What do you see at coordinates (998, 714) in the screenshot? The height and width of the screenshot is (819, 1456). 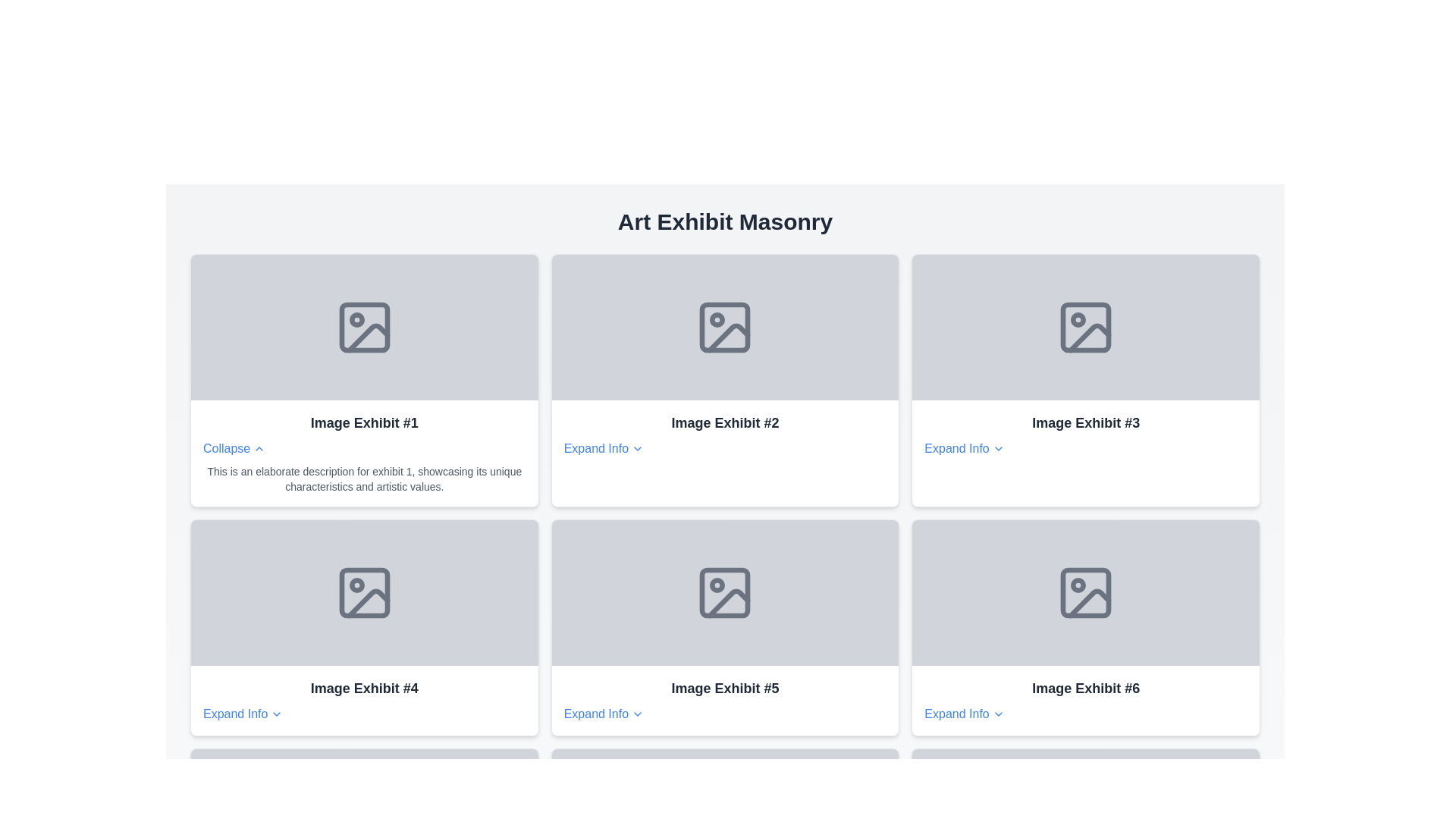 I see `the downward-pointing chevron icon styled with a thin, linear appearance, located next to 'Expand Info' under the 'Image Exhibit #6' section` at bounding box center [998, 714].